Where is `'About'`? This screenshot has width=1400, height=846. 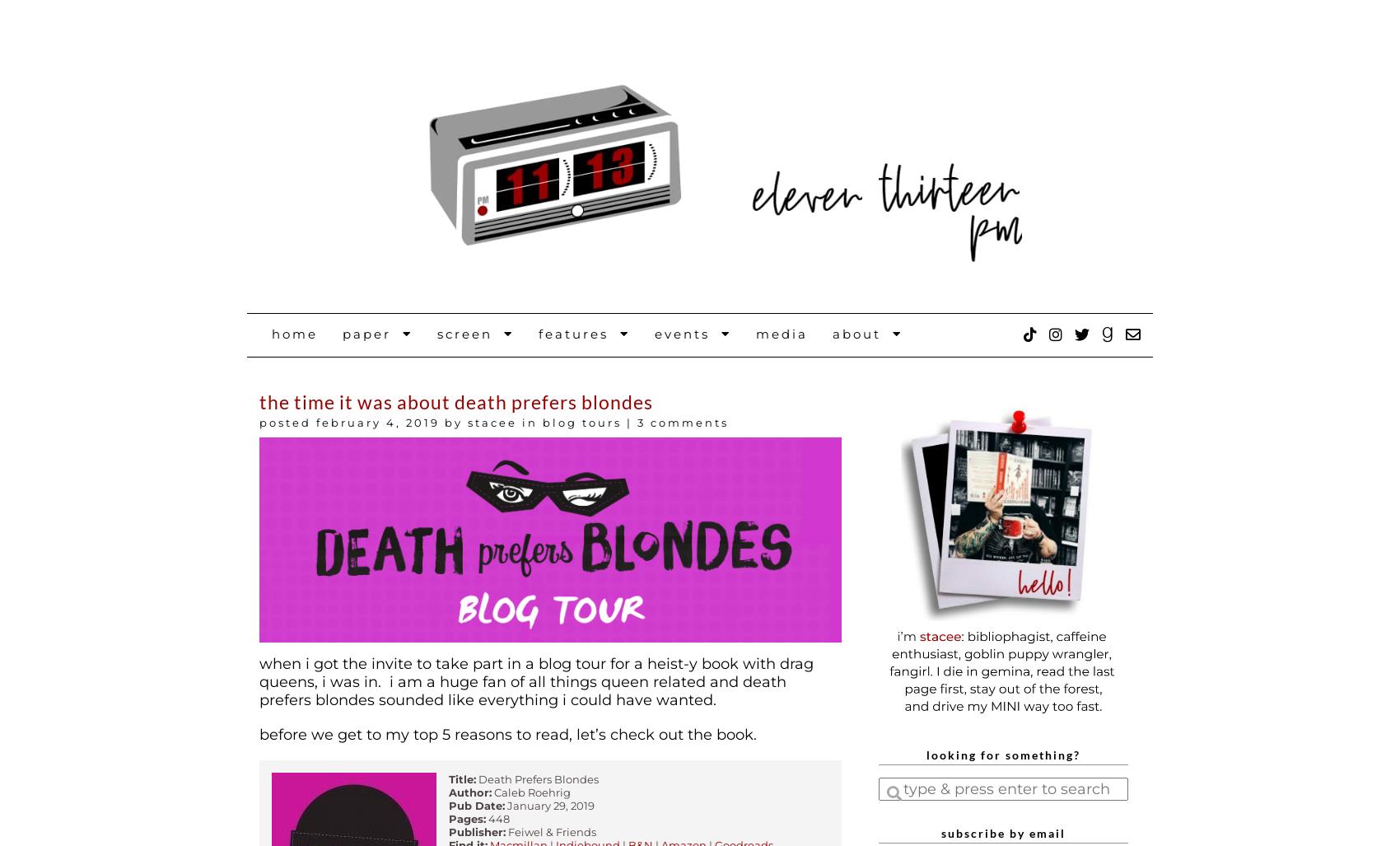
'About' is located at coordinates (861, 333).